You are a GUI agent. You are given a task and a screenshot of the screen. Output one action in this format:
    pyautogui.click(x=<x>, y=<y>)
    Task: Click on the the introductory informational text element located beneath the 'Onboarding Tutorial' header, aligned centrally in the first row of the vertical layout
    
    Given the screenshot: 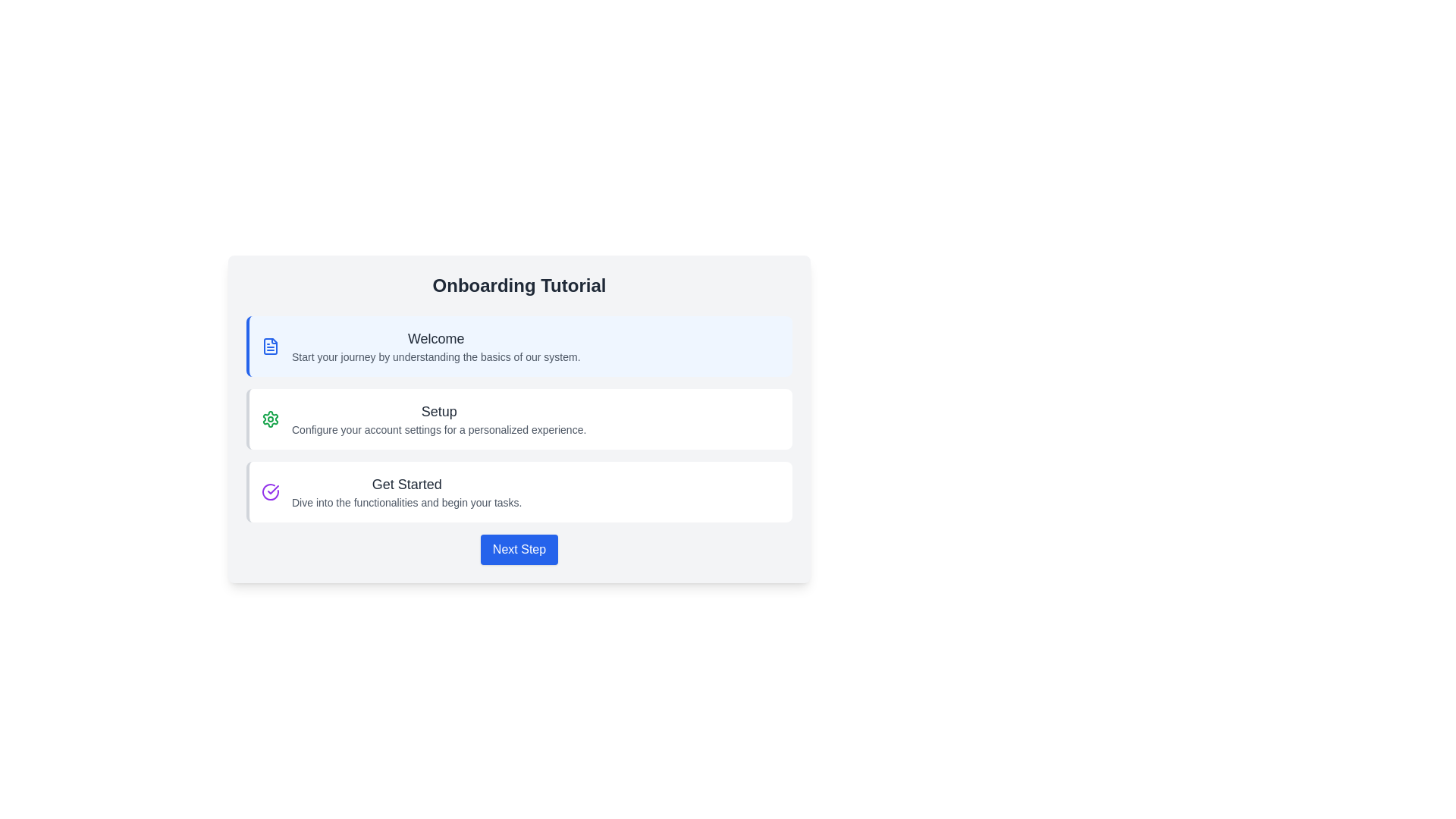 What is the action you would take?
    pyautogui.click(x=435, y=346)
    